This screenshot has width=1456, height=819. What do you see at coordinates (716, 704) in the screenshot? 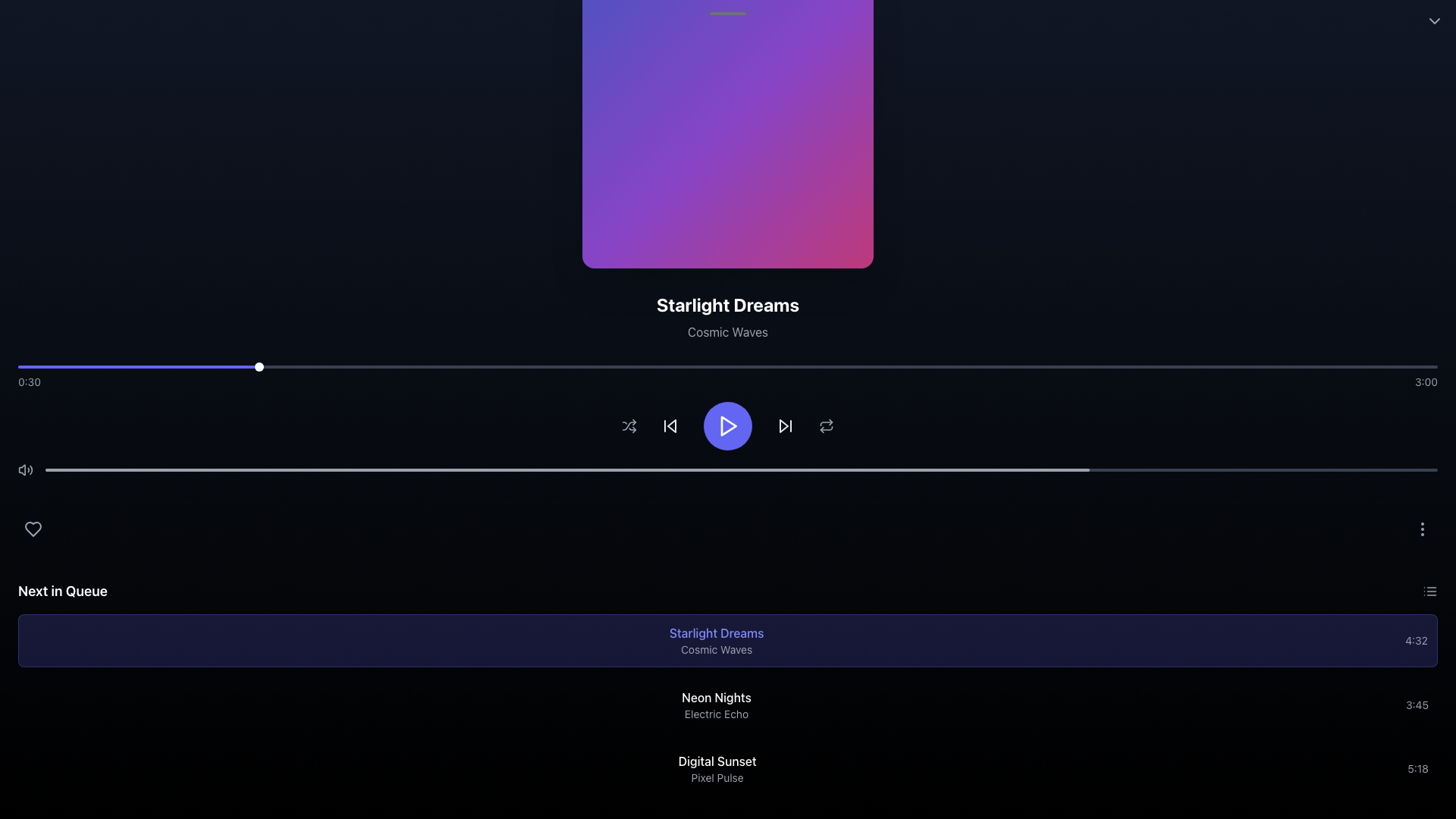
I see `the text-based display element listing item details, specifically the one with the title 'Neon Nights' and description 'Electric Echo'` at bounding box center [716, 704].